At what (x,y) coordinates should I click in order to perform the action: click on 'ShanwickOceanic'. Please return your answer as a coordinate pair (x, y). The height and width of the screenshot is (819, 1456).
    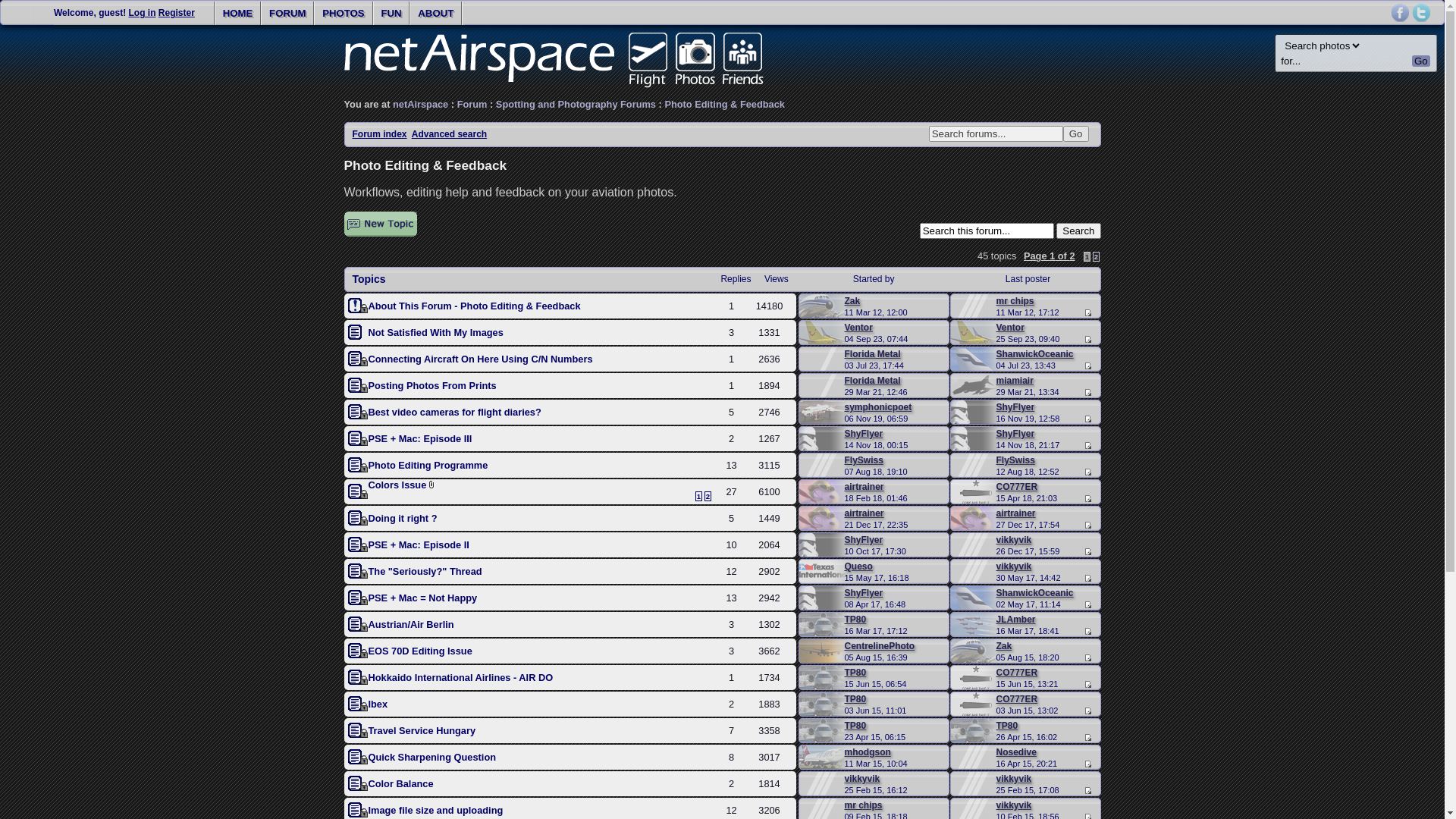
    Looking at the image, I should click on (1034, 353).